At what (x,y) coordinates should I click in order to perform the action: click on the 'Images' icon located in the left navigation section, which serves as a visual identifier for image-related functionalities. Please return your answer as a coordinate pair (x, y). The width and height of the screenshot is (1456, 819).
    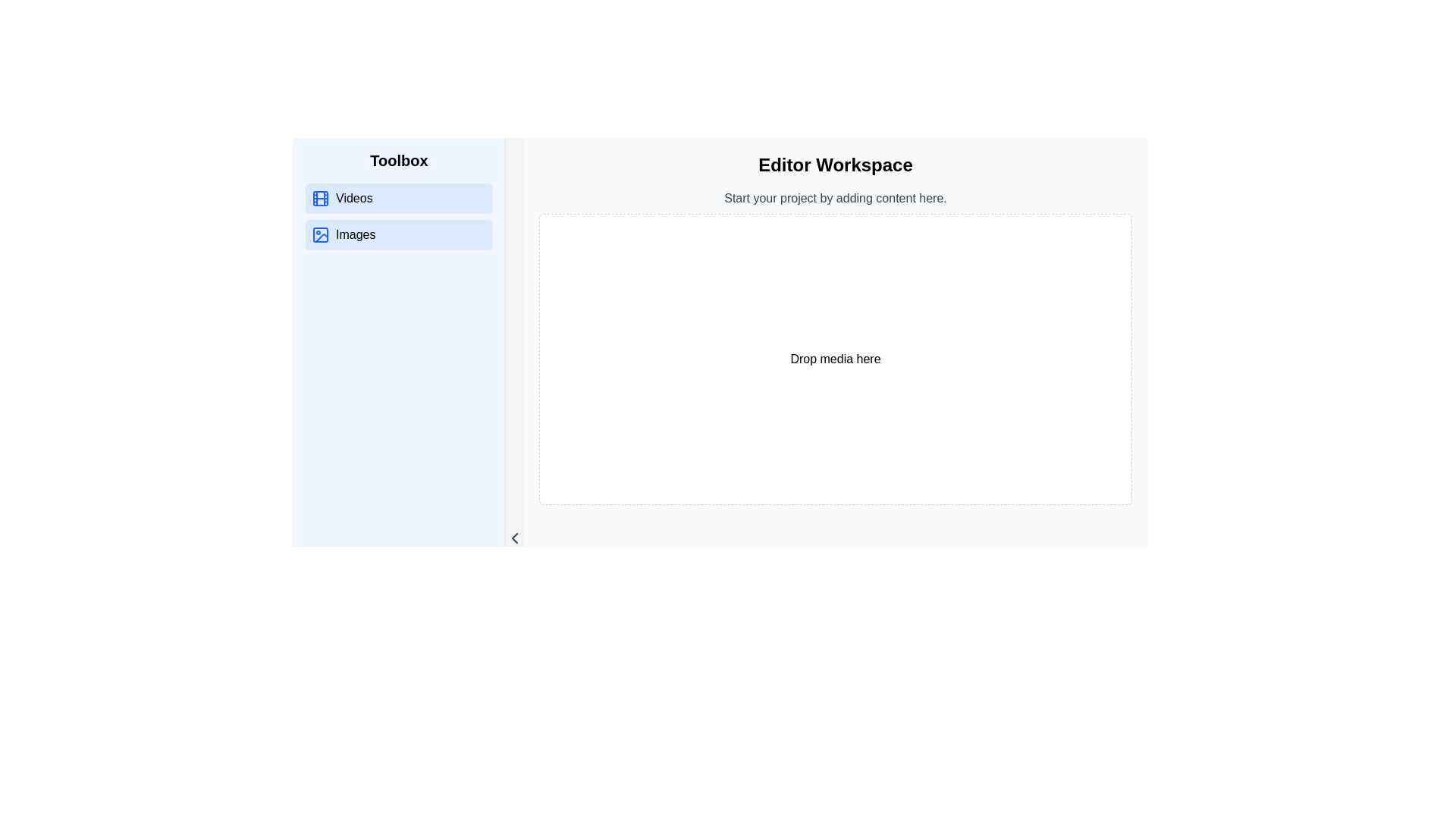
    Looking at the image, I should click on (319, 234).